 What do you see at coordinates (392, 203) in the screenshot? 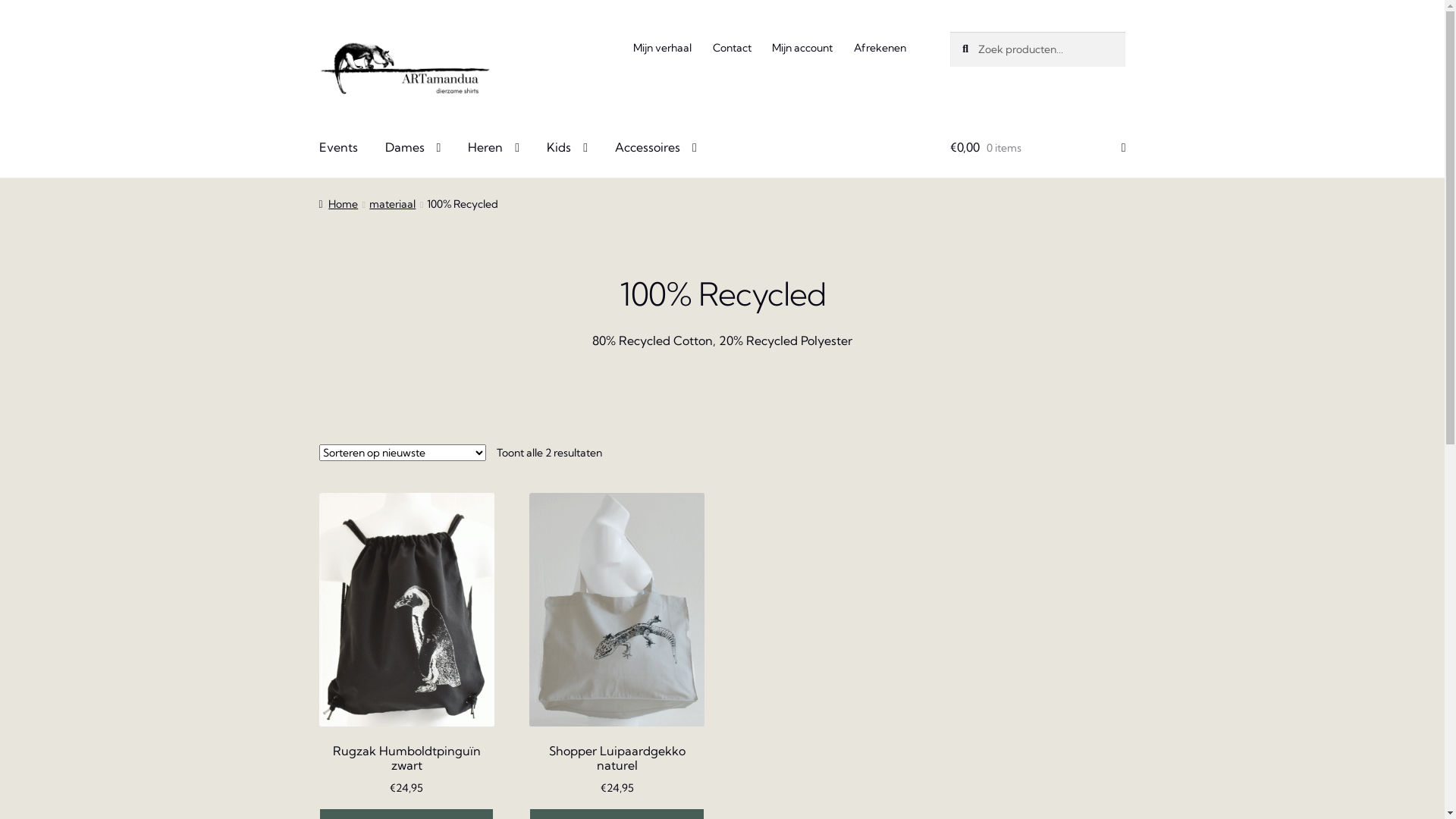
I see `'materiaal'` at bounding box center [392, 203].